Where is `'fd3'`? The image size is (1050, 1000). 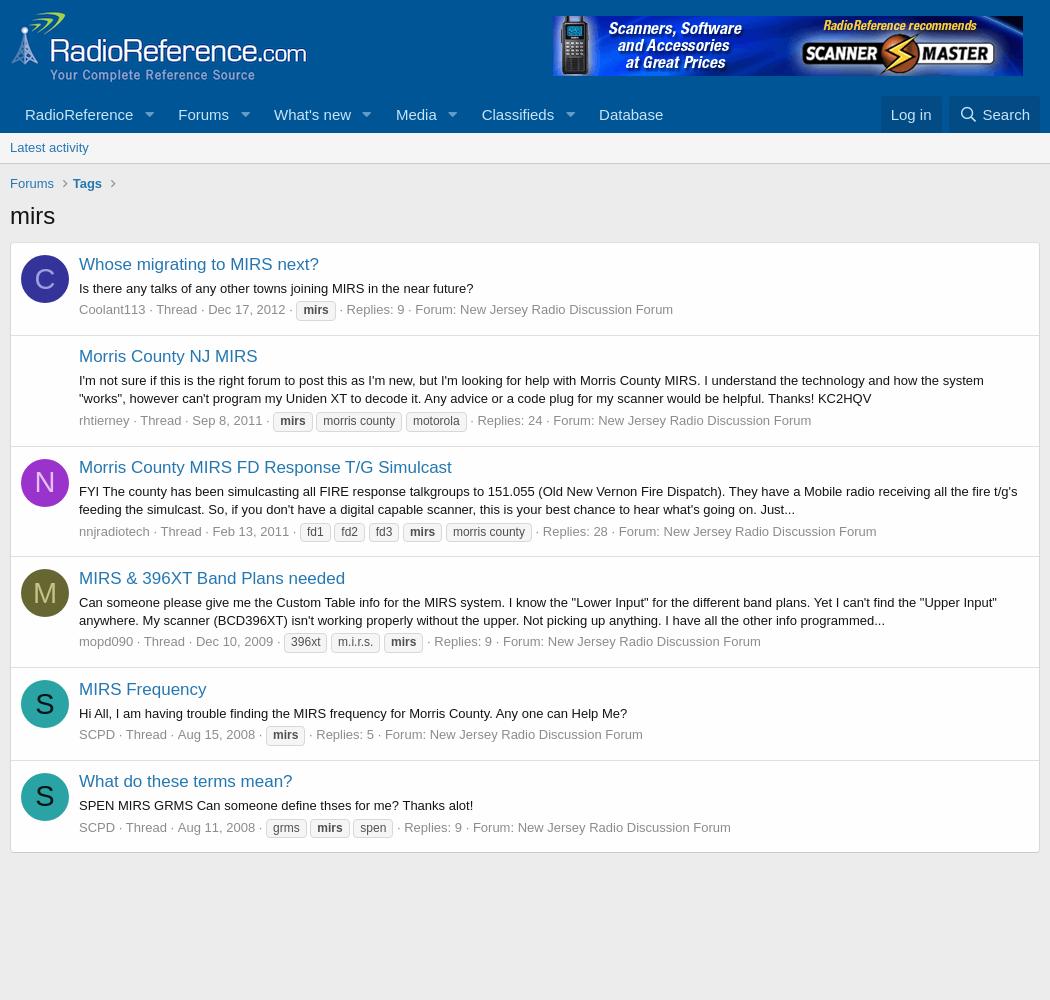 'fd3' is located at coordinates (373, 531).